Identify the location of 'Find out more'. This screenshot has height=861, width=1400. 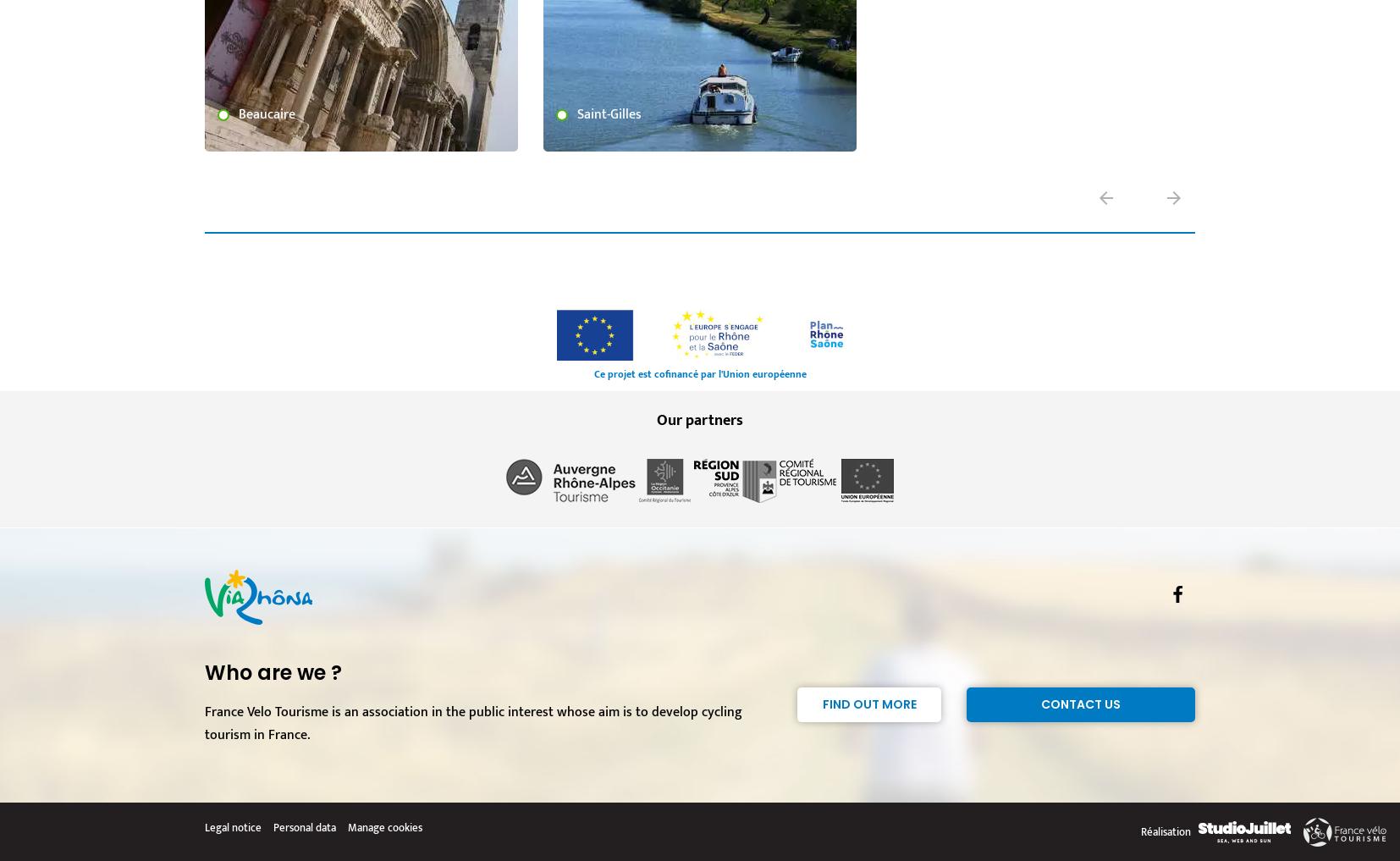
(821, 704).